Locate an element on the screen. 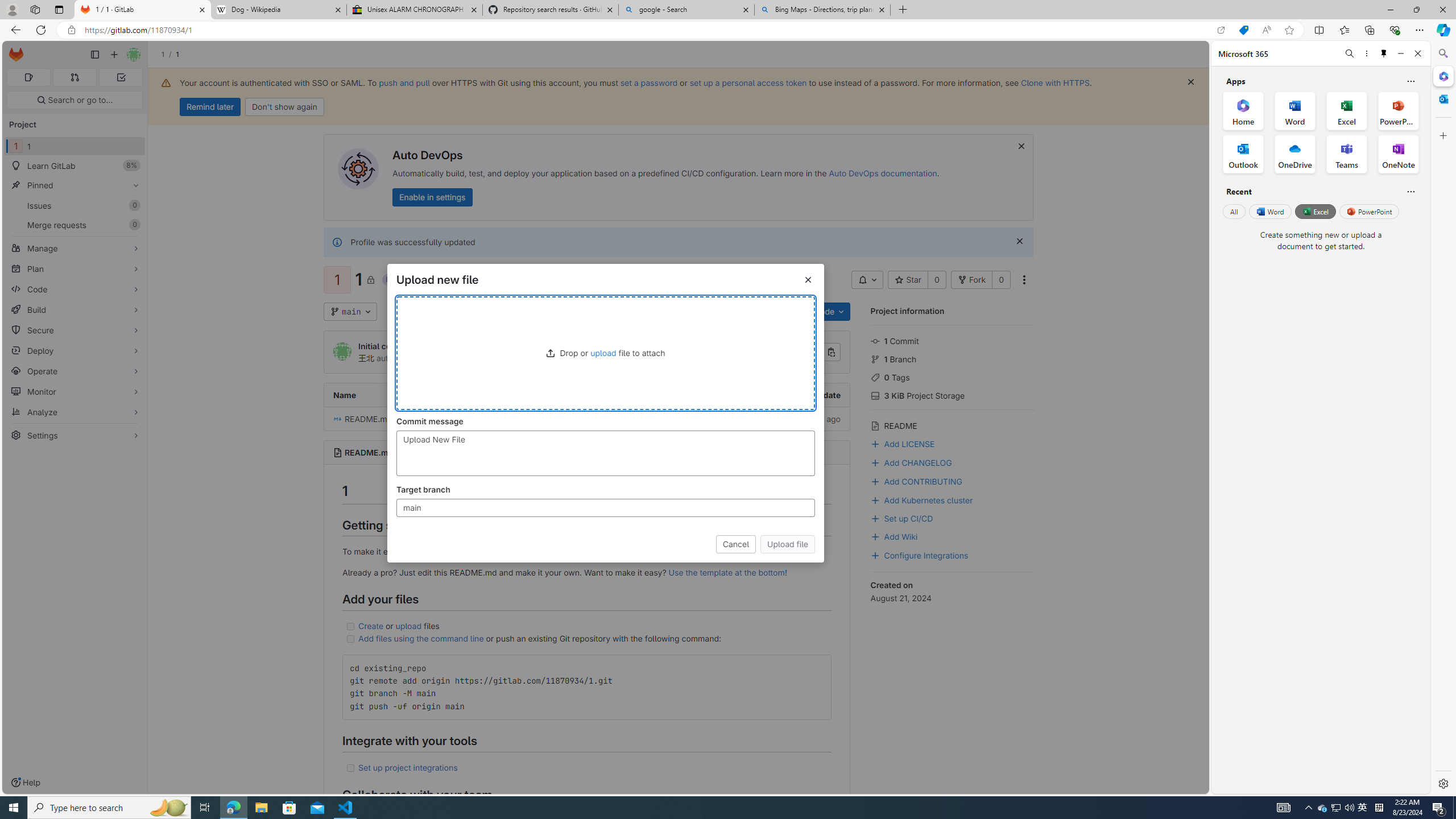  'Add CONTRIBUTING' is located at coordinates (953, 481).